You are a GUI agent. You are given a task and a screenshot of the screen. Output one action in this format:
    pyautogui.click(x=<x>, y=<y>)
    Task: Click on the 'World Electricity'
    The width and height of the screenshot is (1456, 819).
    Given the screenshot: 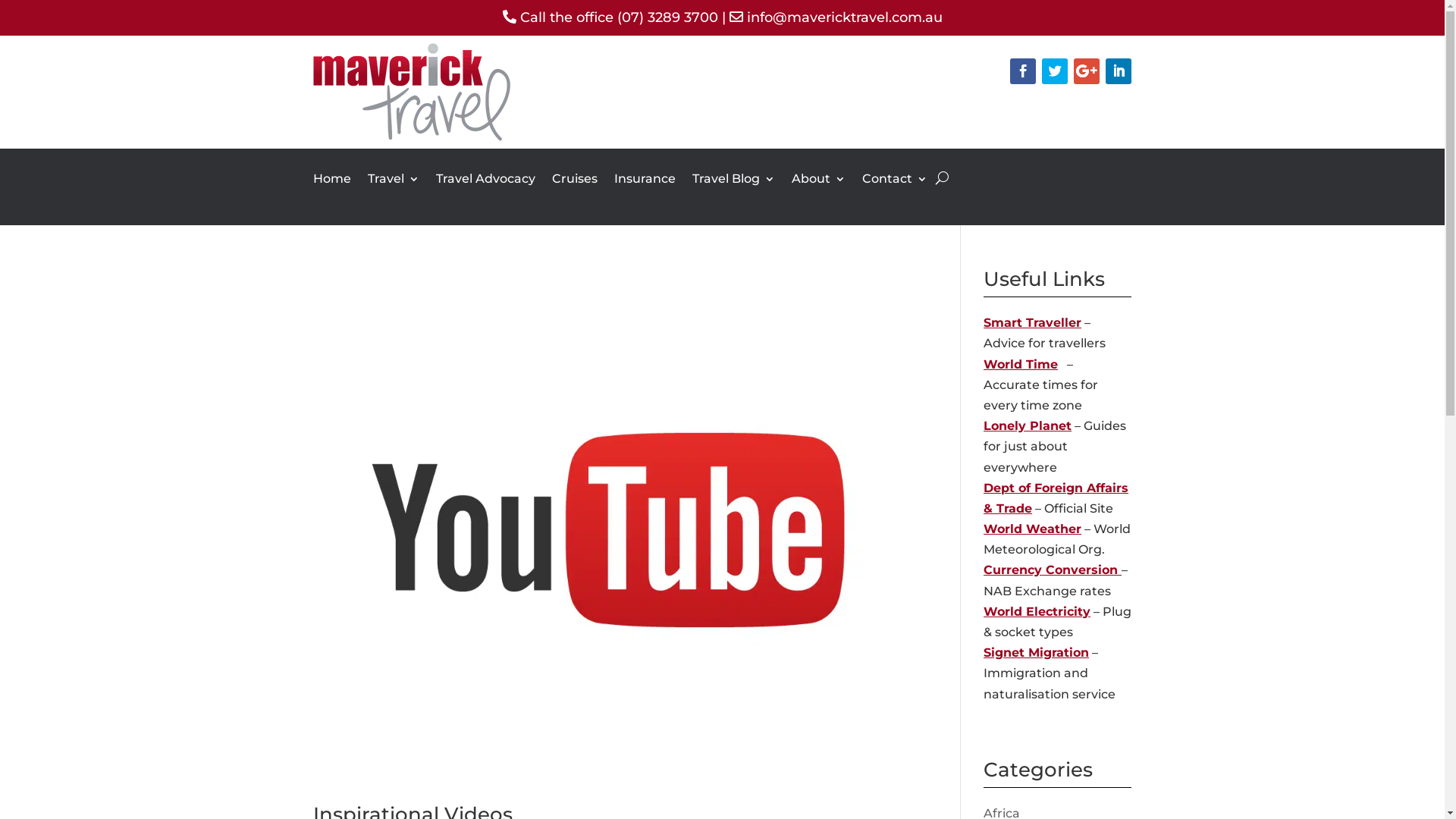 What is the action you would take?
    pyautogui.click(x=1036, y=610)
    